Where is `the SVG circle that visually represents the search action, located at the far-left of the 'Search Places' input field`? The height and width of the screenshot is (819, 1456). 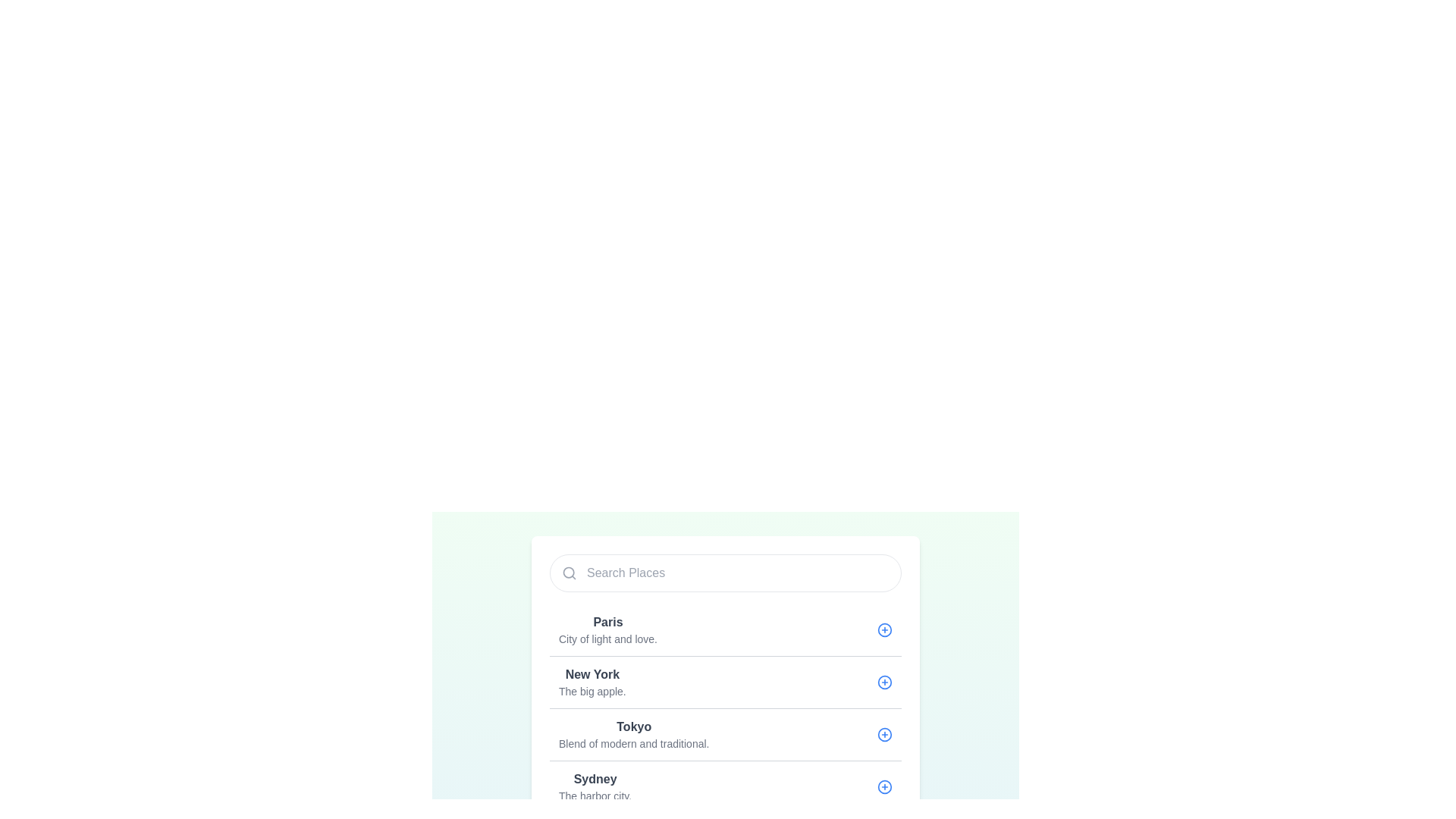 the SVG circle that visually represents the search action, located at the far-left of the 'Search Places' input field is located at coordinates (568, 573).